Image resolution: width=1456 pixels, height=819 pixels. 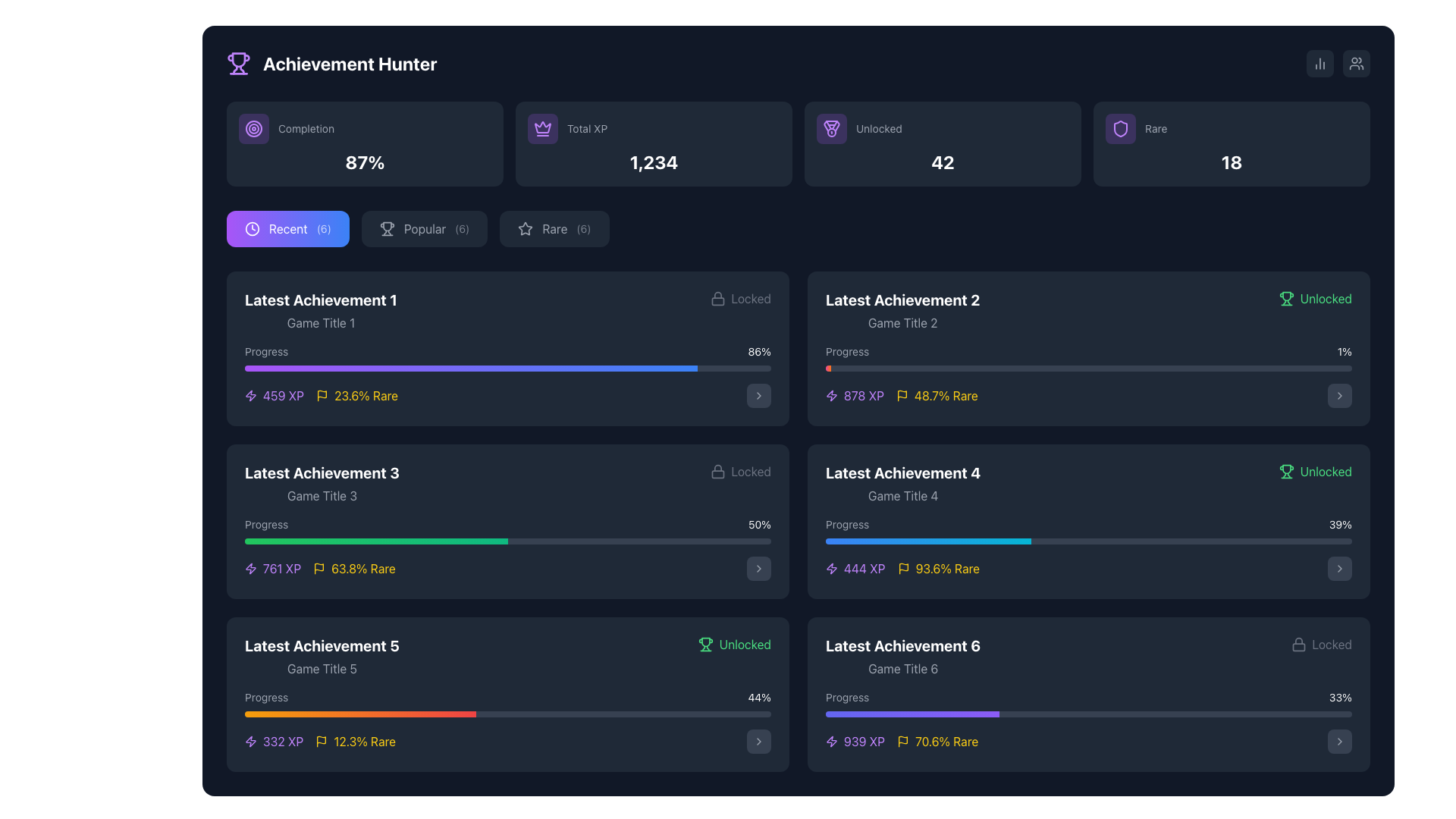 What do you see at coordinates (319, 568) in the screenshot?
I see `the informational text element displaying '761 XP' and '63.8% Rare' with associated icons, located in the third achievement information box below the progress bar for 'Latest Achievement 3'` at bounding box center [319, 568].